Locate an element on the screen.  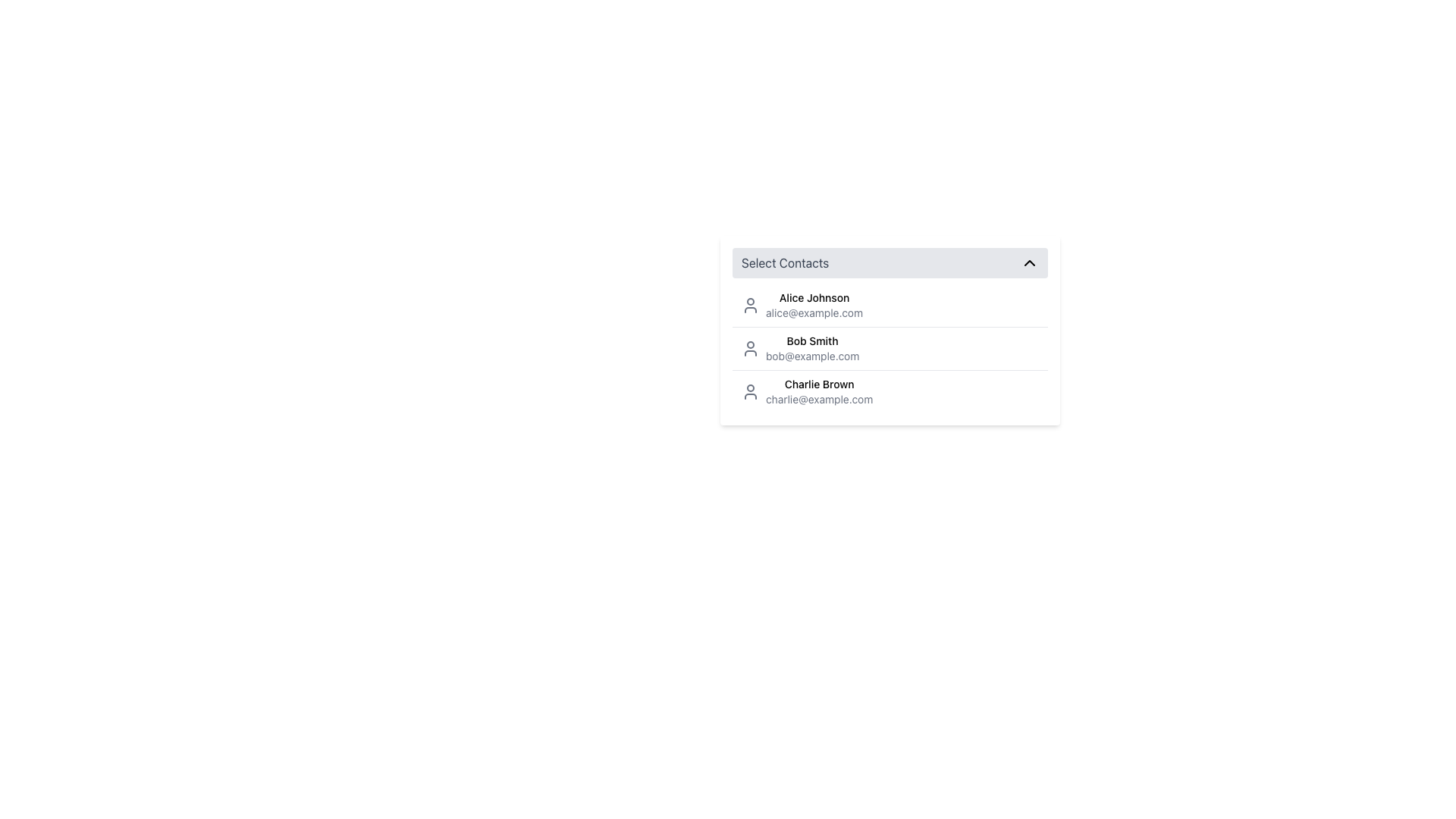
the first list item under 'Select Contacts' displaying the user's information with the name 'Alice Johnson' and email 'alice@example.com' is located at coordinates (890, 305).